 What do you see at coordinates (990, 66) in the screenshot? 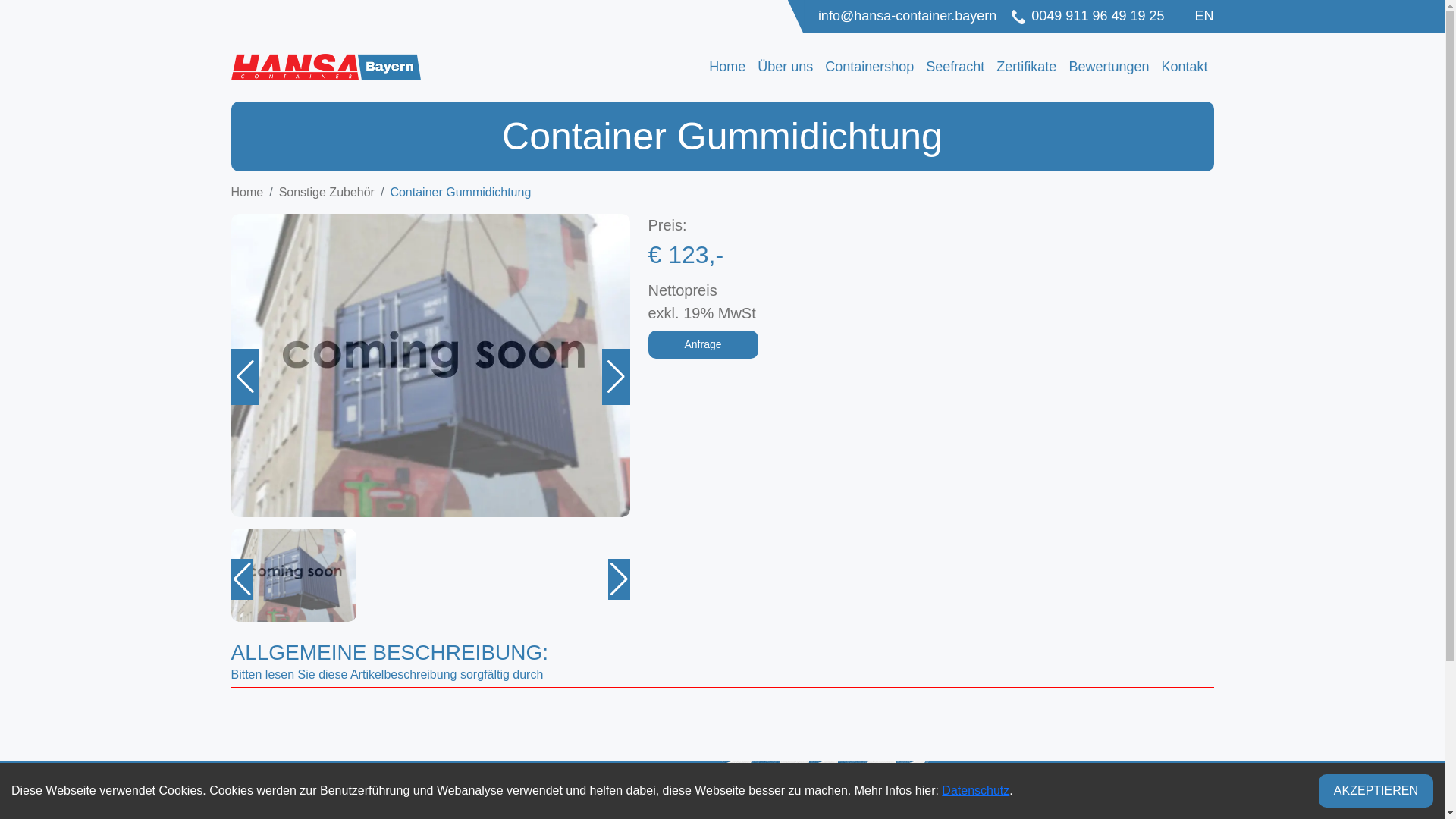
I see `'Zertifikate'` at bounding box center [990, 66].